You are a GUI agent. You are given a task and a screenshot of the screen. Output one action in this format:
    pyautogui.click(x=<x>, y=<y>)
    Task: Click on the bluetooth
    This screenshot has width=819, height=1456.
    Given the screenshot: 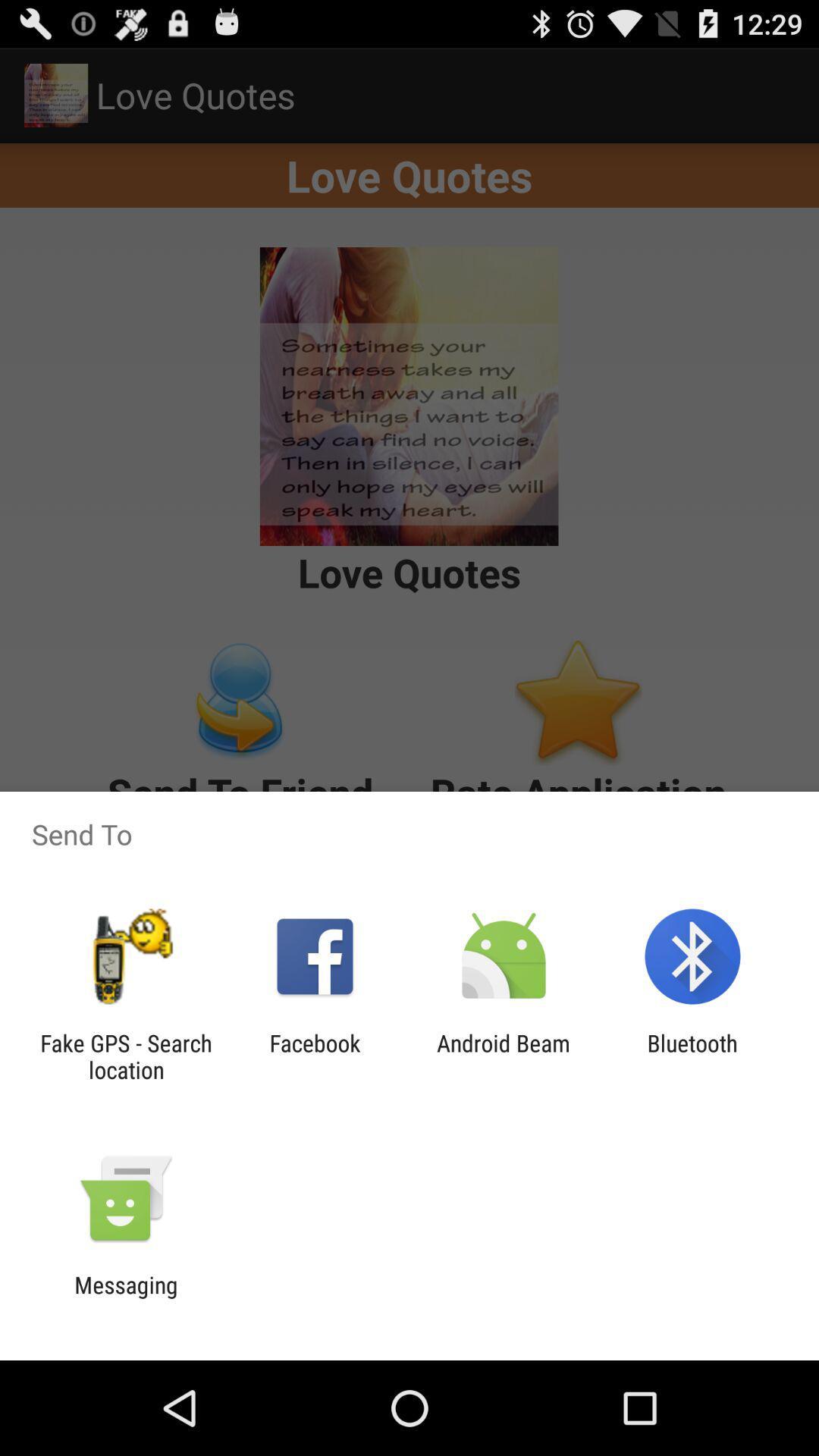 What is the action you would take?
    pyautogui.click(x=692, y=1056)
    